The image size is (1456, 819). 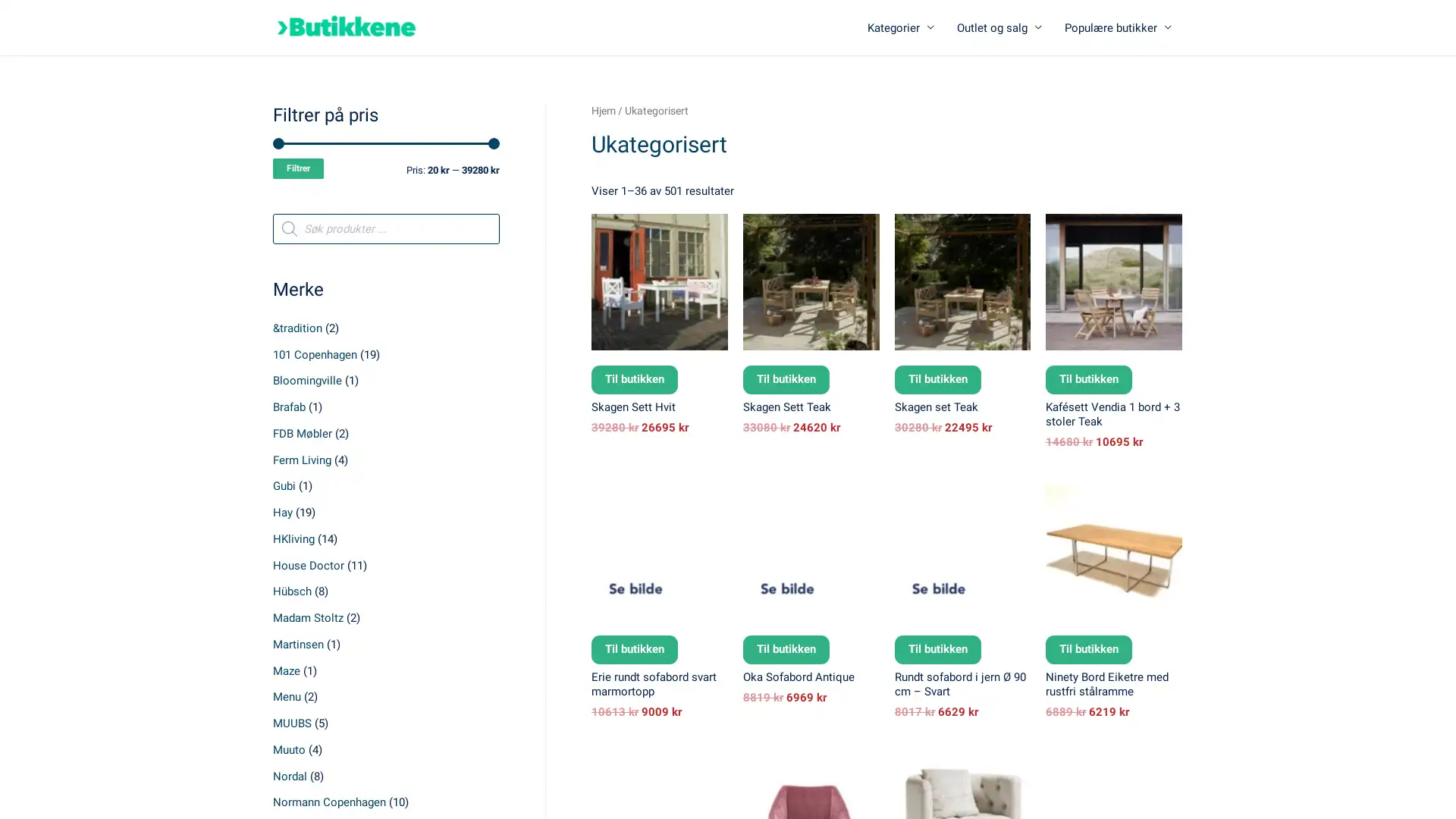 What do you see at coordinates (298, 168) in the screenshot?
I see `Filtrer` at bounding box center [298, 168].